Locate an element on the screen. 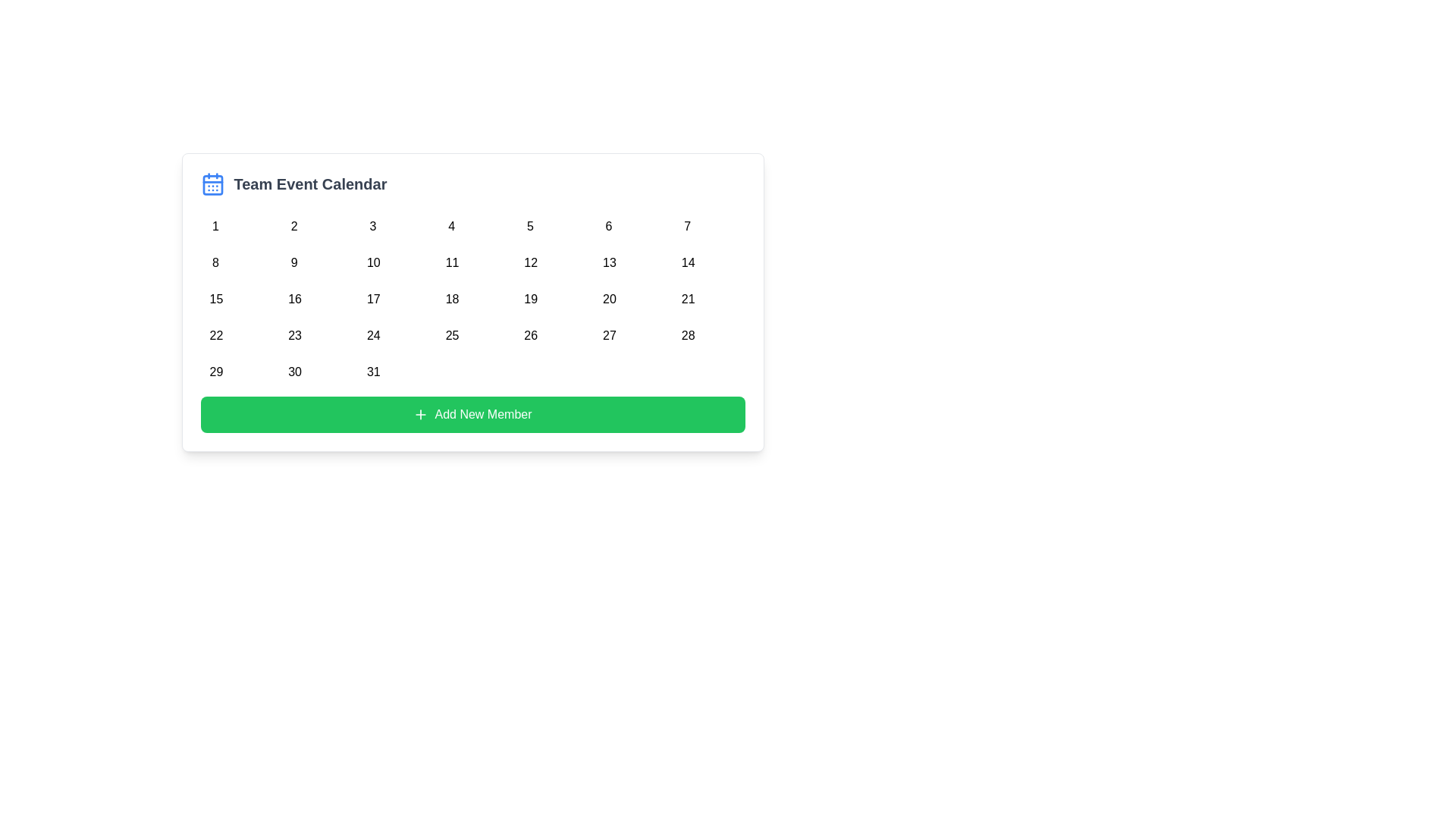 This screenshot has height=819, width=1456. the square button labeled '5' in the first row and fifth column of the grid in the 'Team Event Calendar' is located at coordinates (530, 223).